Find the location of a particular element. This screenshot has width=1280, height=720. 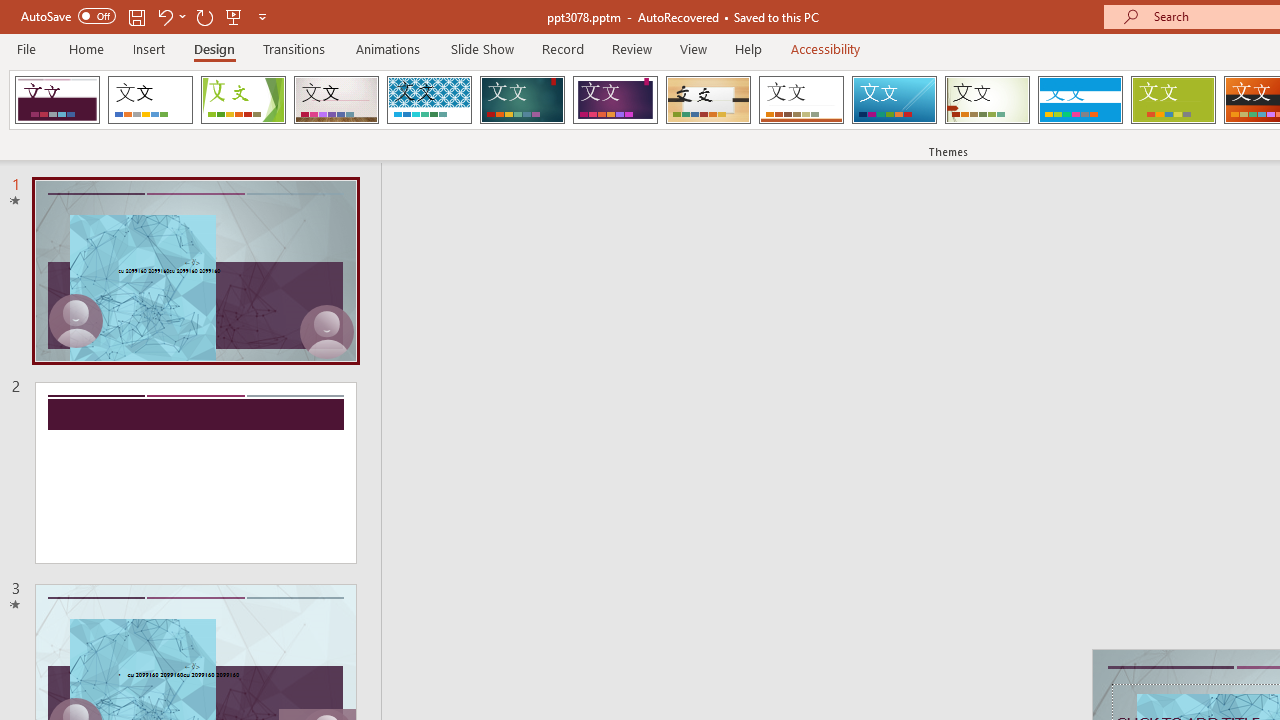

'Save' is located at coordinates (135, 16).